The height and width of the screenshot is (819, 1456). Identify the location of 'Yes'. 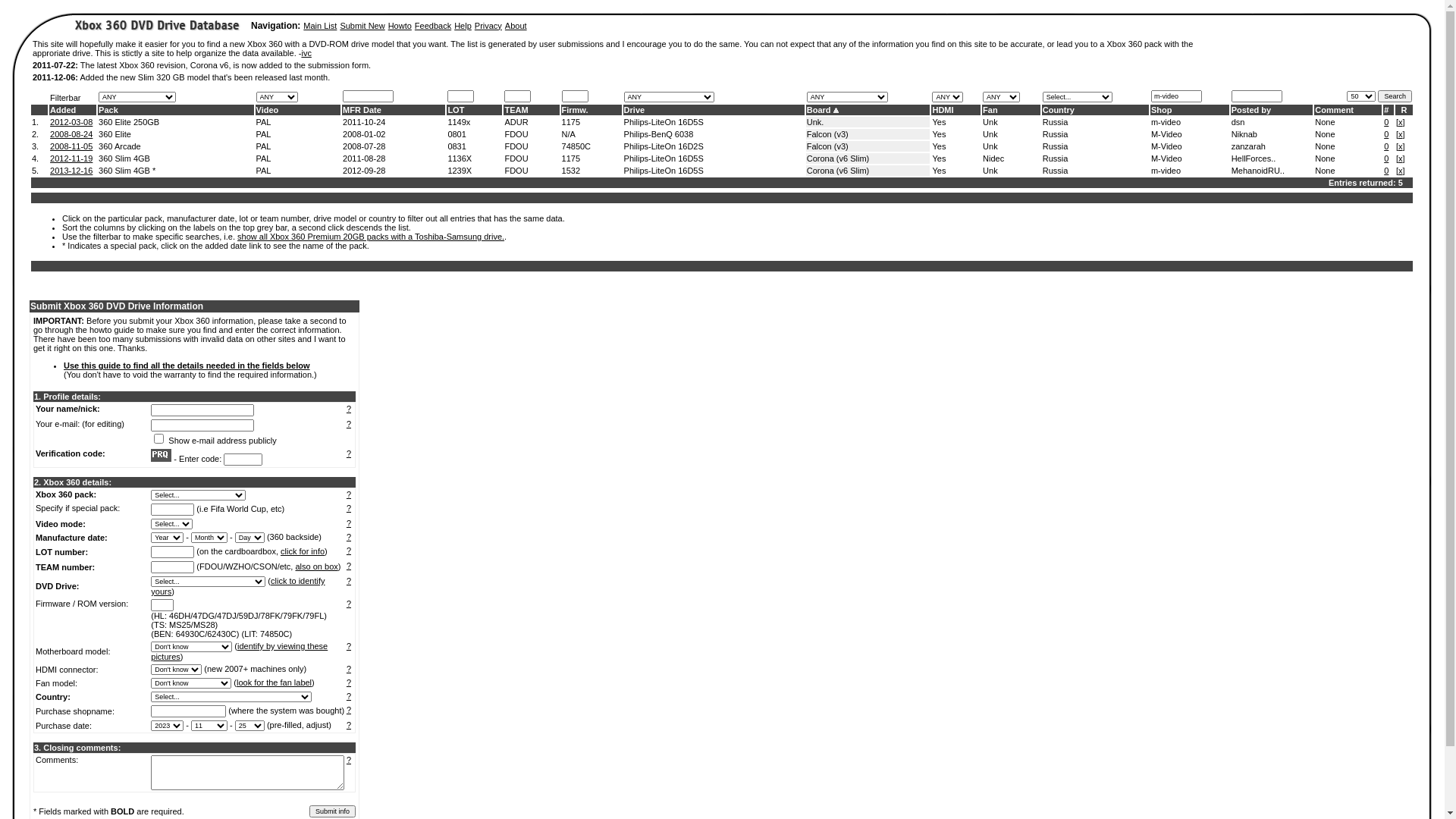
(930, 146).